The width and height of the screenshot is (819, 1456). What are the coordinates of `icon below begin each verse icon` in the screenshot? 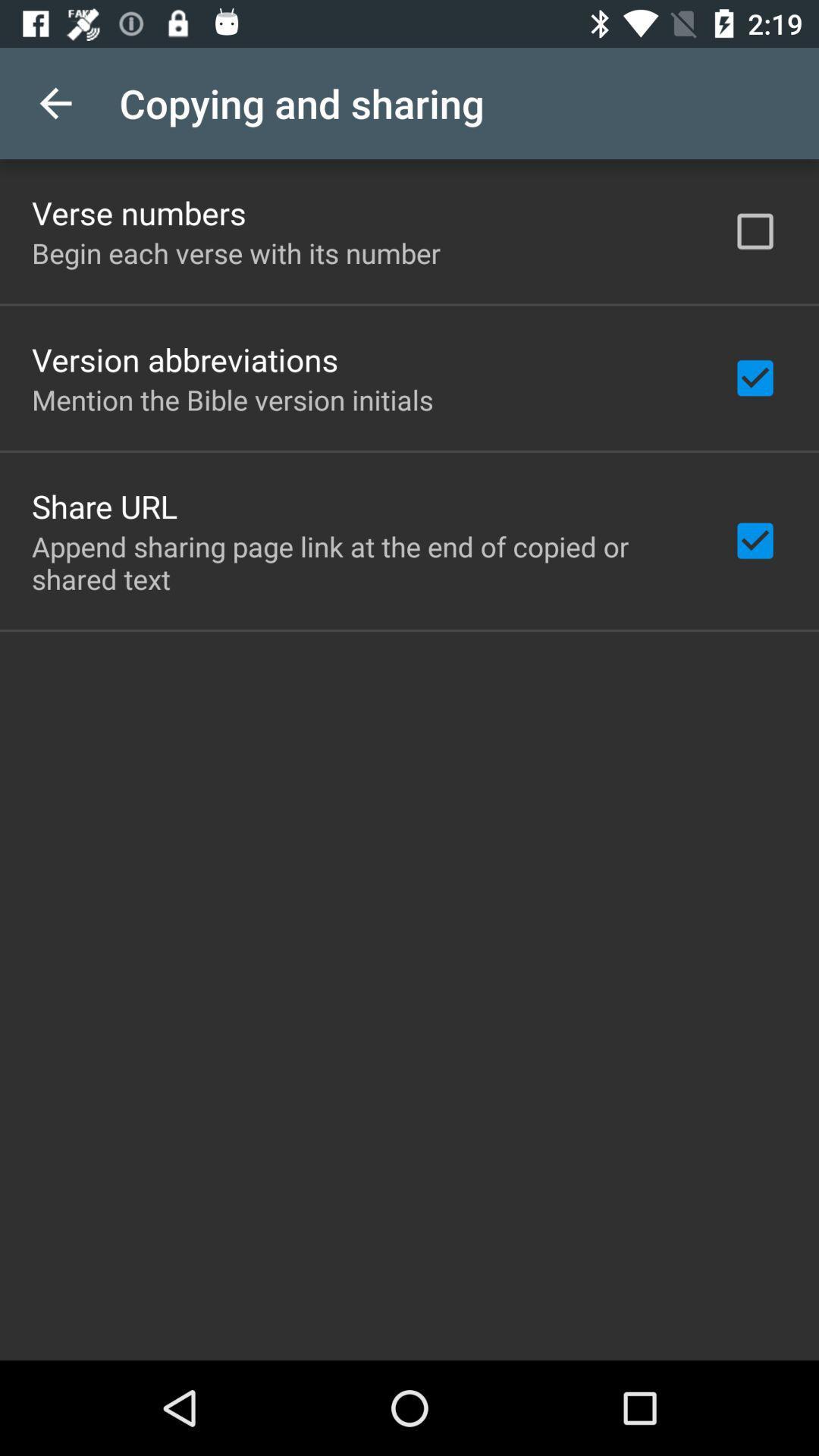 It's located at (184, 359).